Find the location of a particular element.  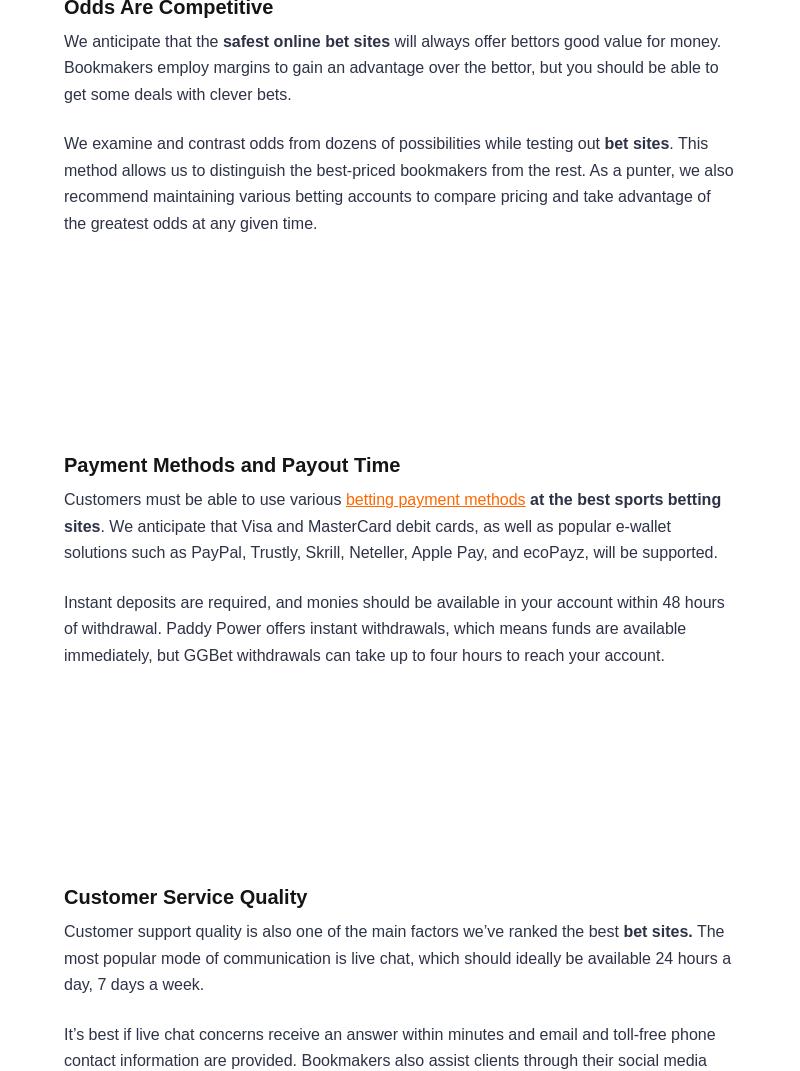

'. This method allows us to distinguish the best-priced bookmakers from the rest. As a punter, we also recommend maintaining various betting accounts to compare pricing and take advantage of the greatest odds at any given time.' is located at coordinates (397, 182).